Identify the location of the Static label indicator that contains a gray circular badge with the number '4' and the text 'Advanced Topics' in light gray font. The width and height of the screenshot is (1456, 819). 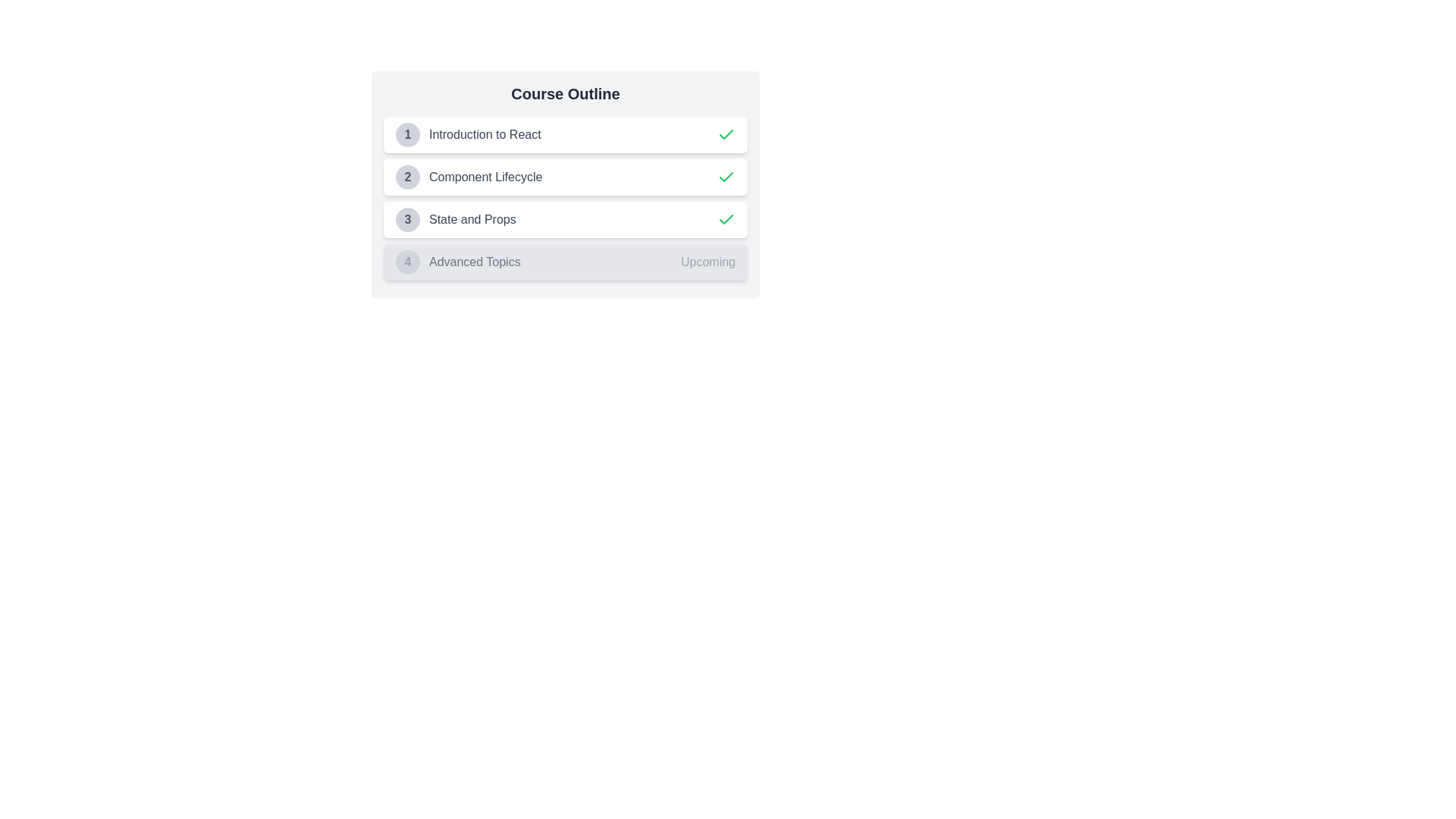
(457, 262).